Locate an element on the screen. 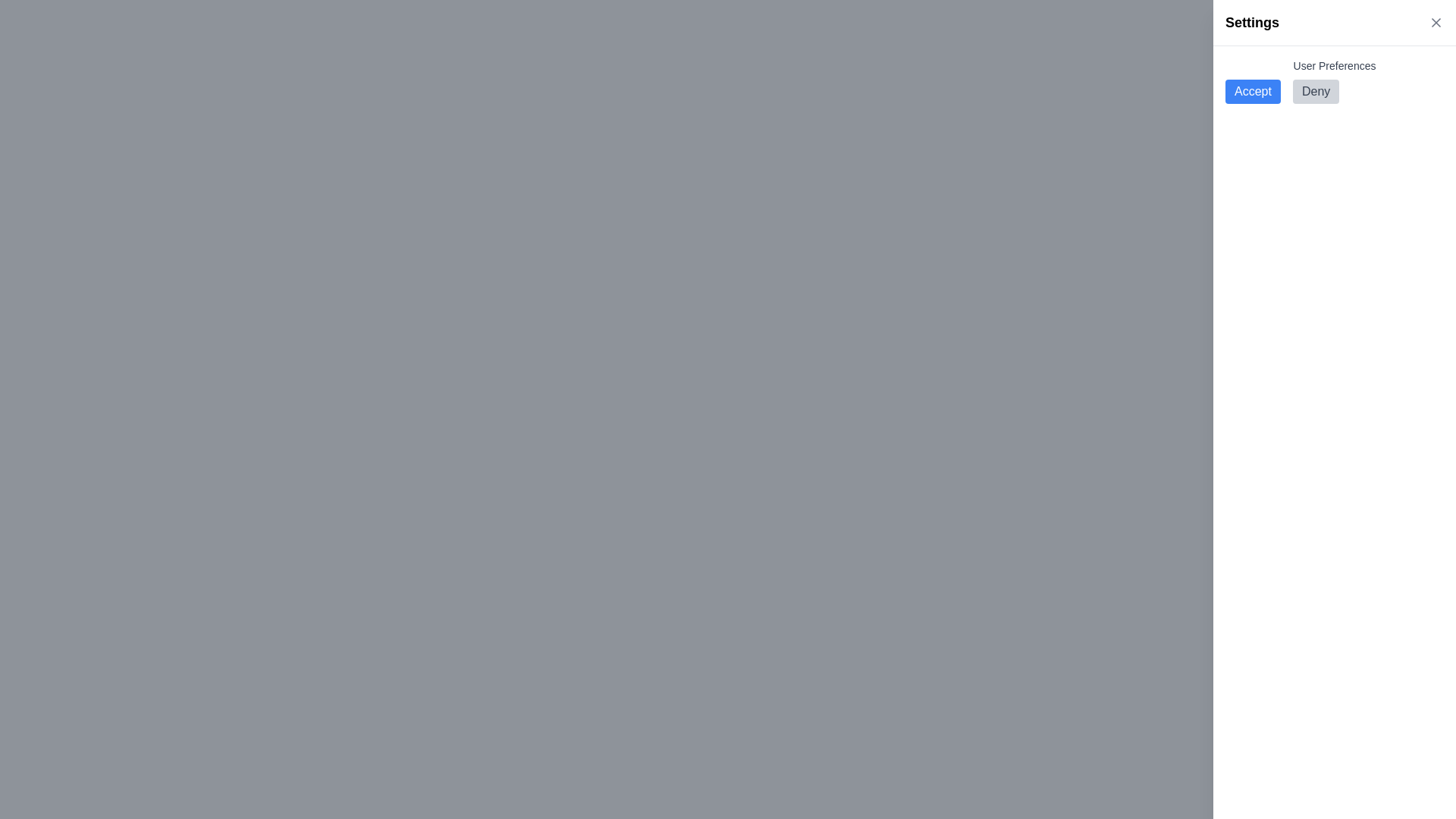  the 'Settings' header text, which is a bold, large heading located at the top of the sidebar on the right side of the interface is located at coordinates (1252, 23).